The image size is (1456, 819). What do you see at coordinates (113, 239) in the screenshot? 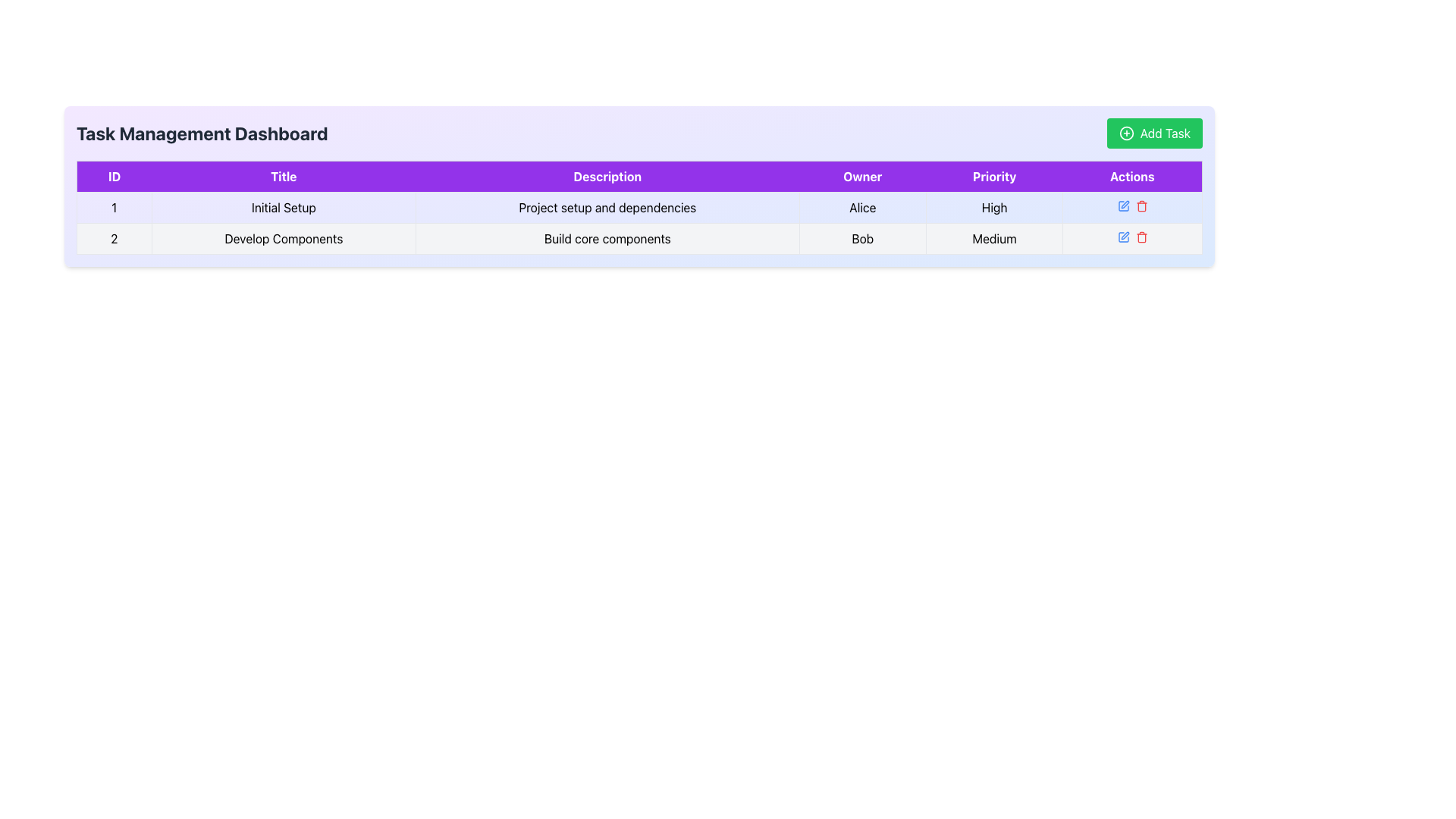
I see `the Text Label that identifies the task's order in the first column of the second row of the table, adjacent to 'Develop Components' and 'Build core components'` at bounding box center [113, 239].